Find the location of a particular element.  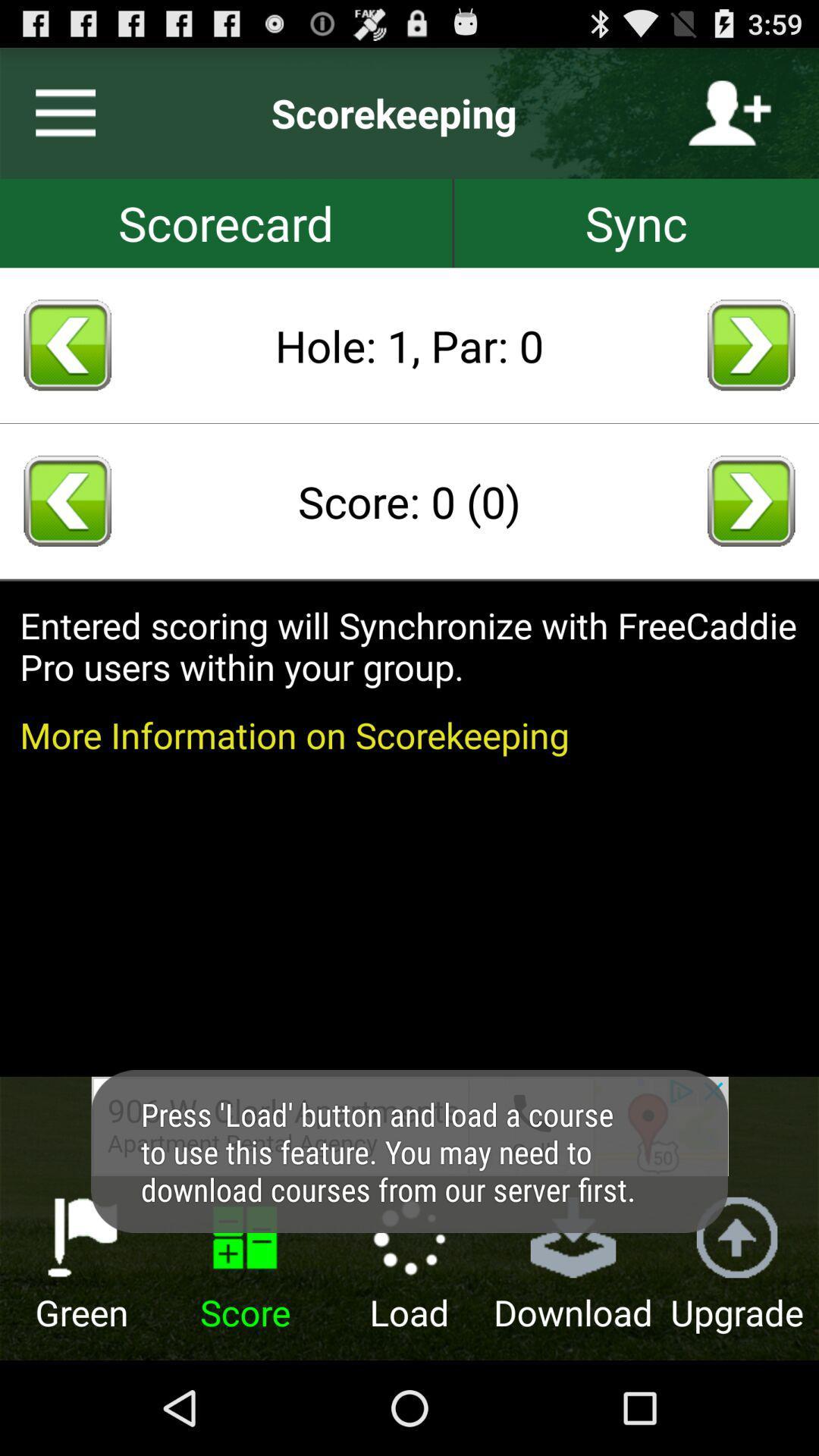

return hole is located at coordinates (67, 344).